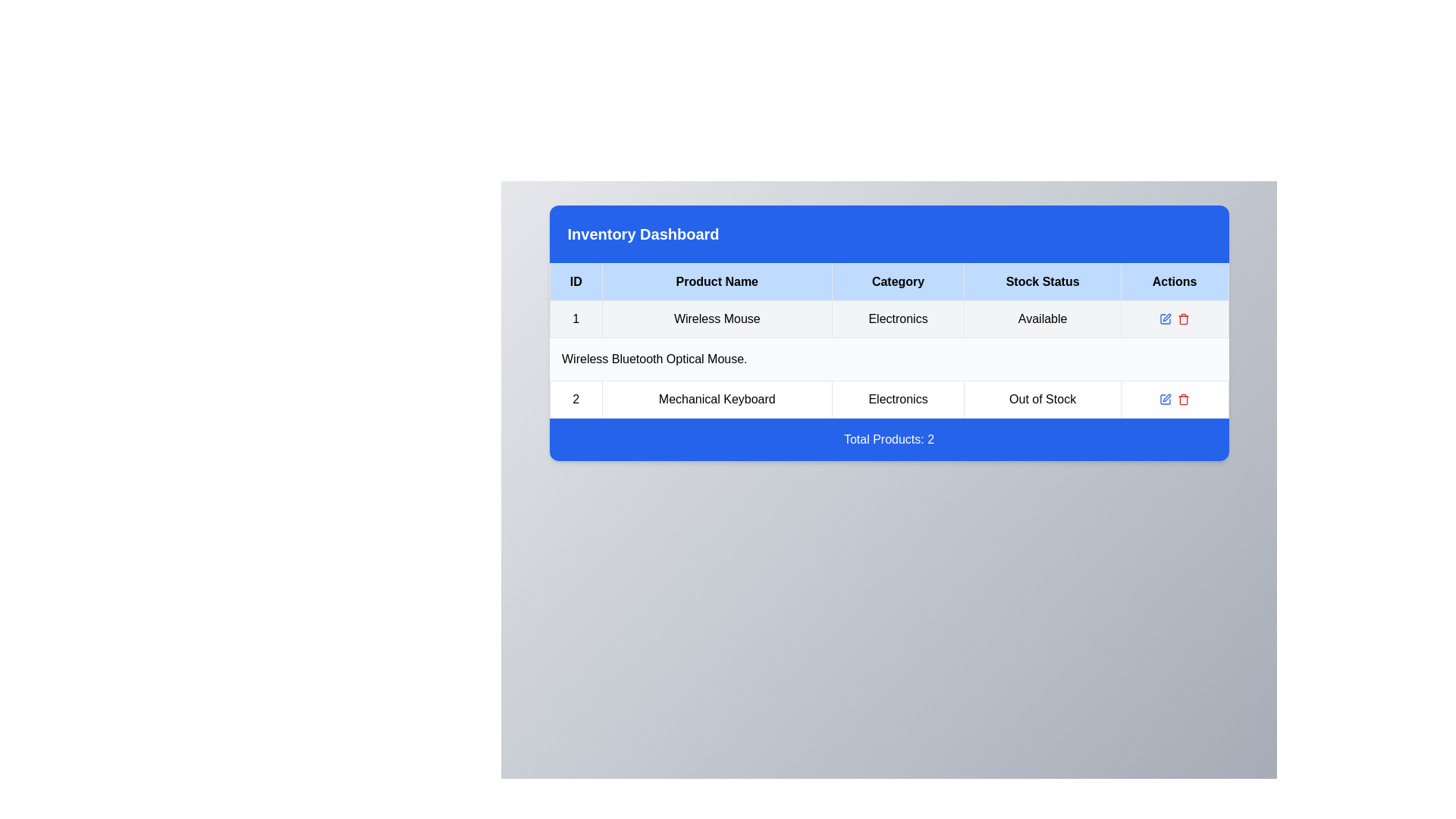 The width and height of the screenshot is (1456, 819). What do you see at coordinates (1174, 318) in the screenshot?
I see `the pencil icon in the Icon button group for the entry 'Wireless Mouse' in the Actions column` at bounding box center [1174, 318].